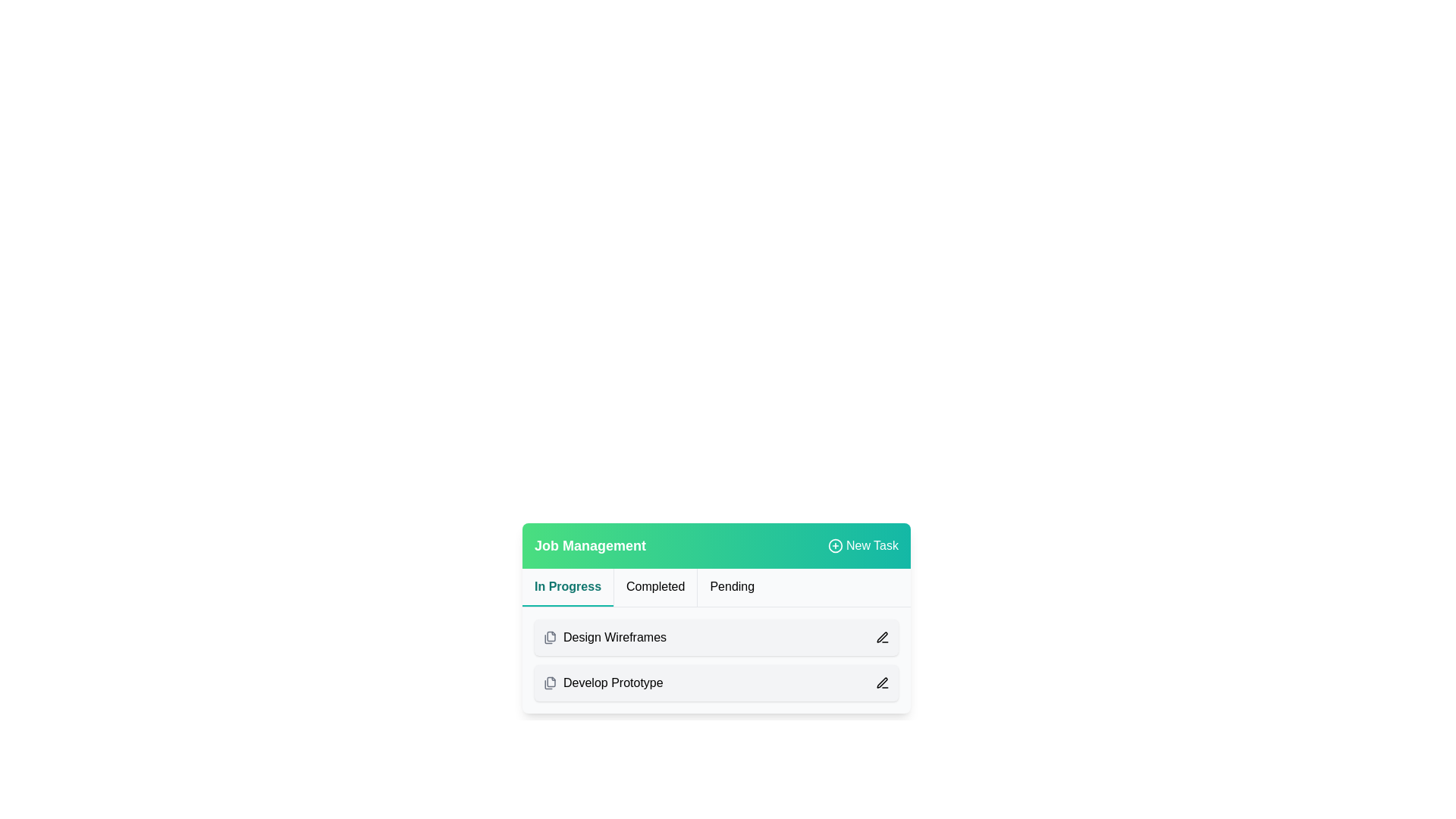 Image resolution: width=1456 pixels, height=819 pixels. Describe the element at coordinates (732, 587) in the screenshot. I see `the 'Pending' status label, which is the rightmost label in the 'Job Management' component, following 'In Progress' and 'Completed'` at that location.